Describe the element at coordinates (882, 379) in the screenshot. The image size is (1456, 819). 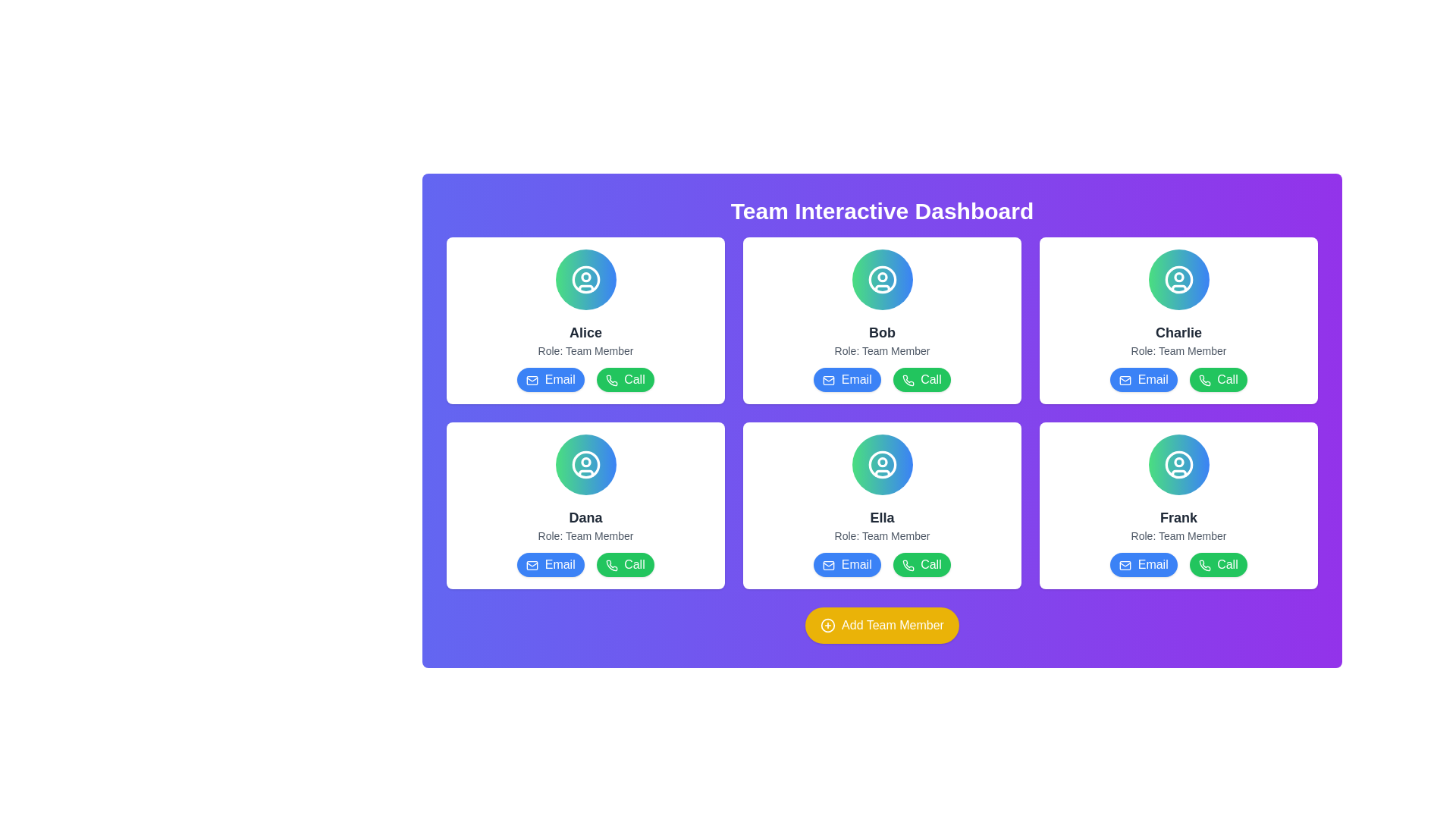
I see `the 'Call' button, which is styled with a green background and white text, located in the card for 'Bob,' a Team Member` at that location.